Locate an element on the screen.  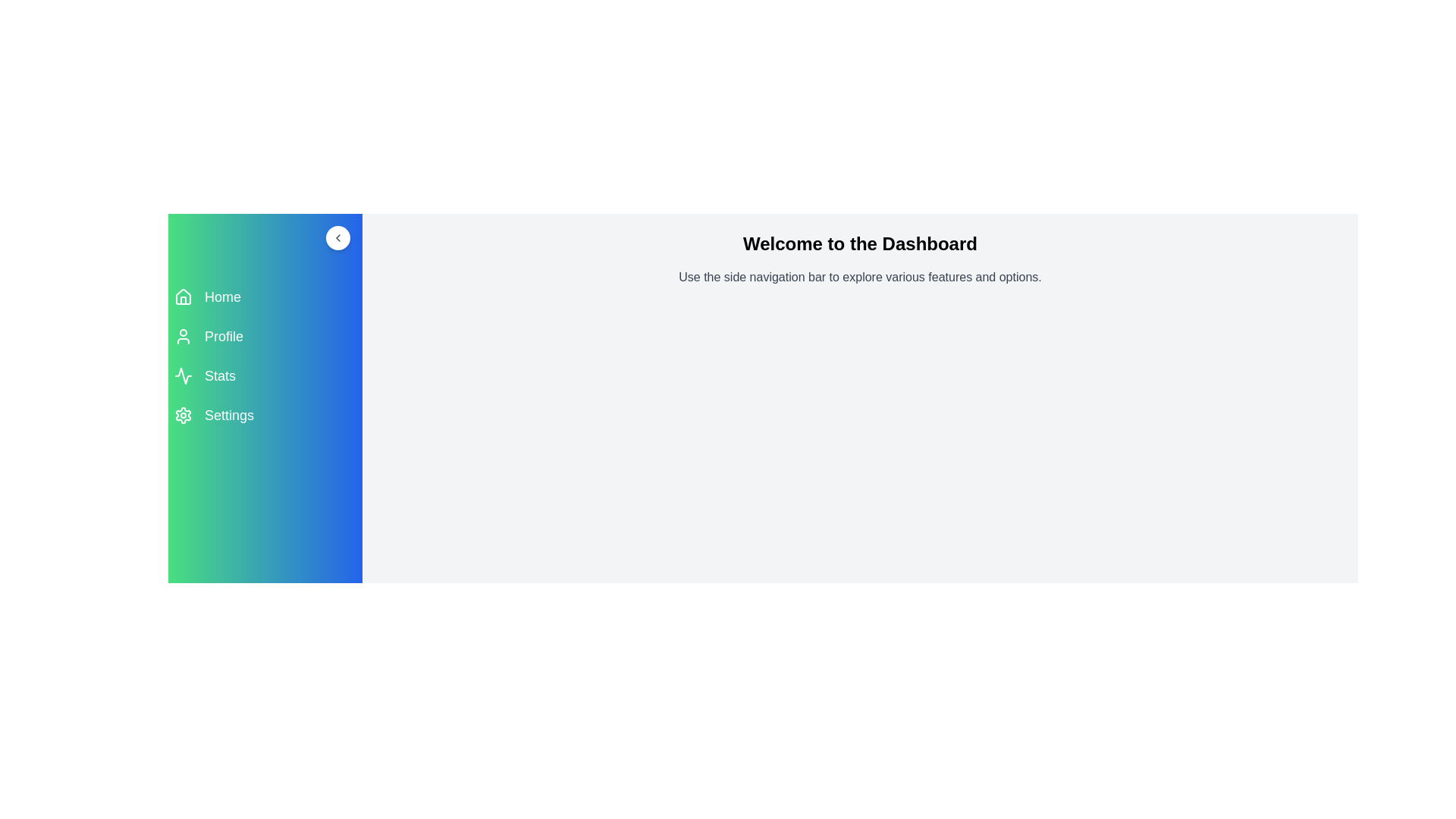
the 'Stats' text label in the left navigation menu, which is styled with a white font color on a green-blue gradient background and is the third item in the vertical arrangement of options is located at coordinates (219, 375).